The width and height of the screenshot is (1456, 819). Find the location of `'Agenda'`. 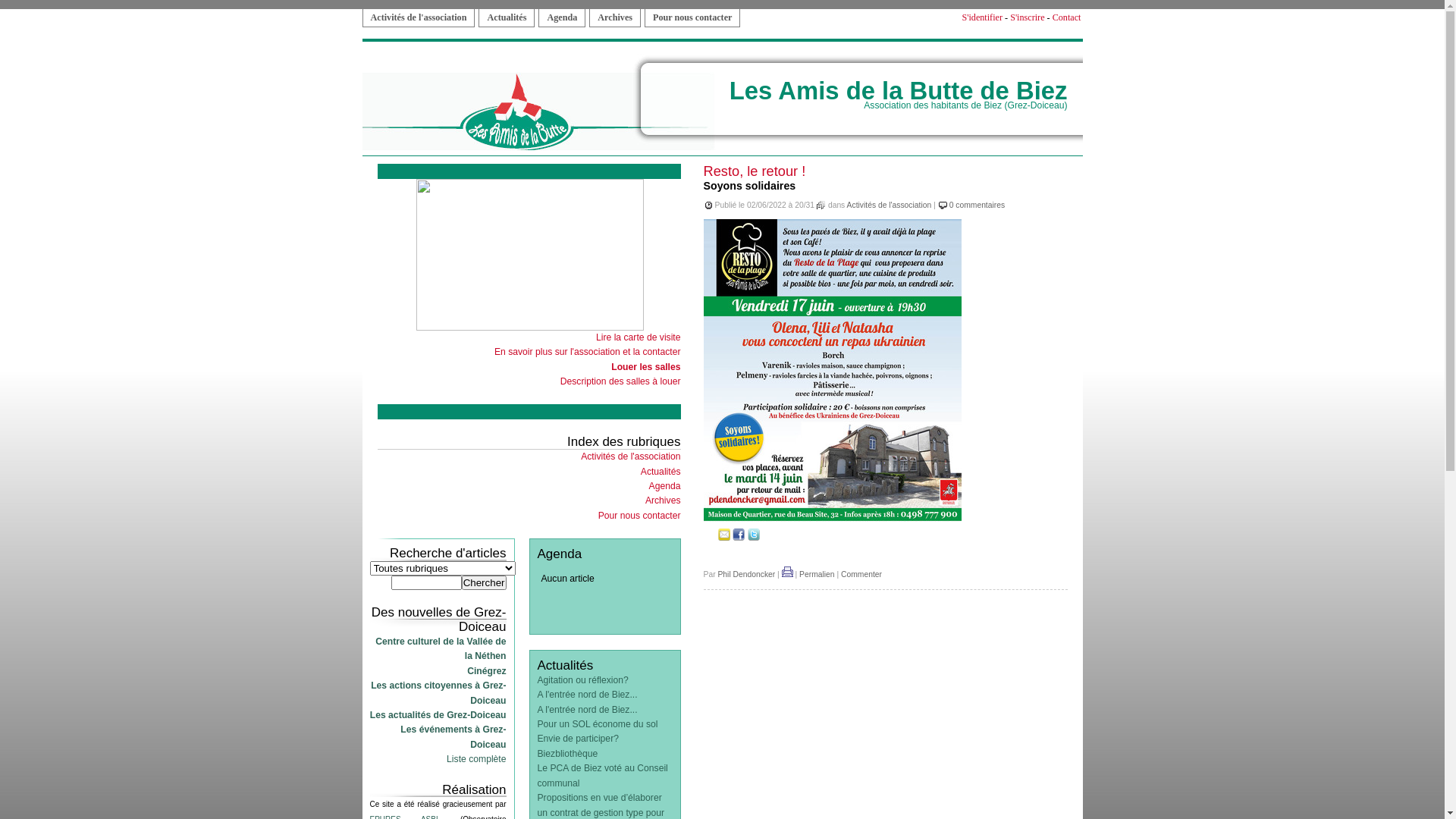

'Agenda' is located at coordinates (648, 485).